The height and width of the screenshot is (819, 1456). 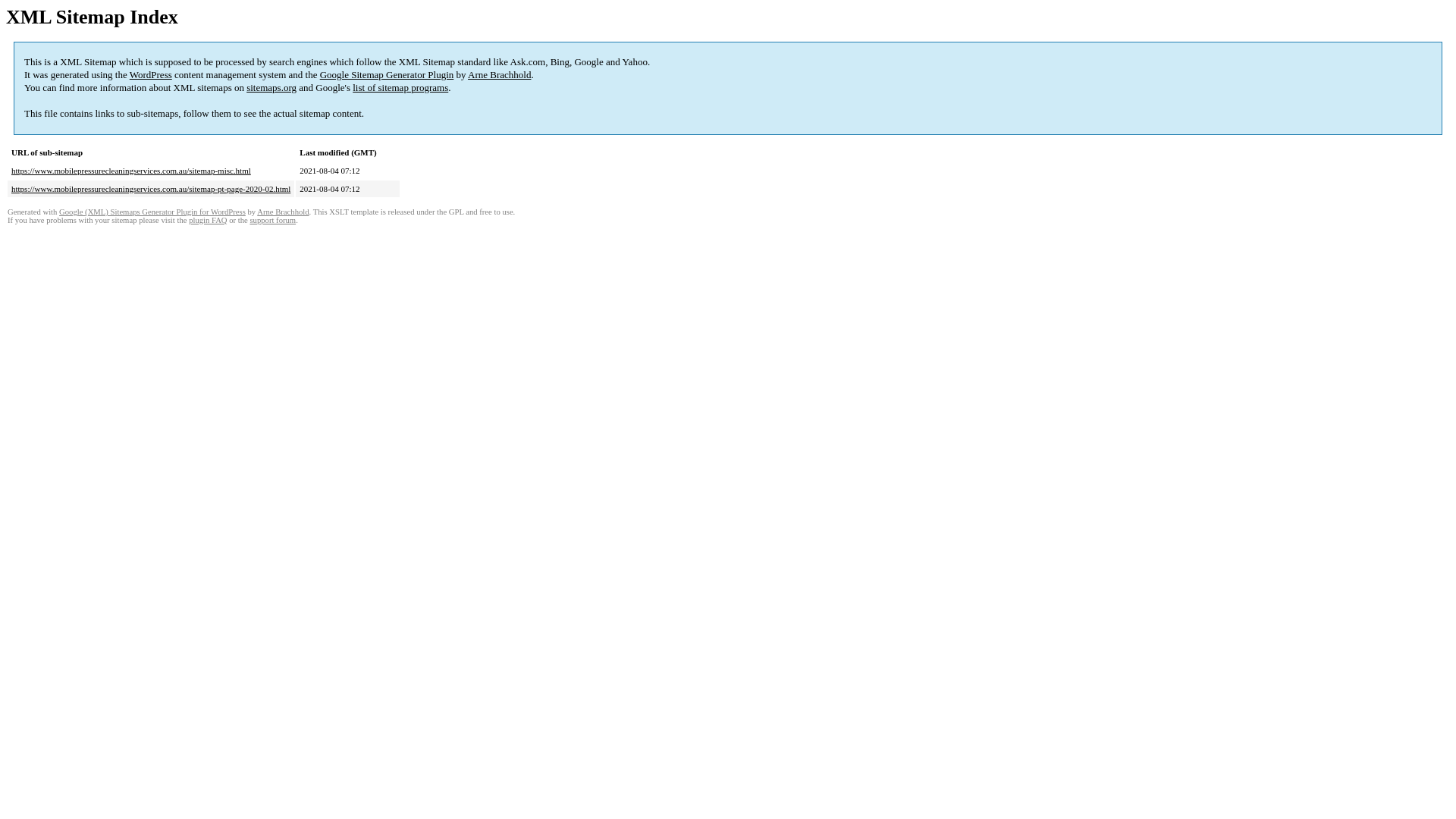 I want to click on 'list of sitemap programs', so click(x=400, y=87).